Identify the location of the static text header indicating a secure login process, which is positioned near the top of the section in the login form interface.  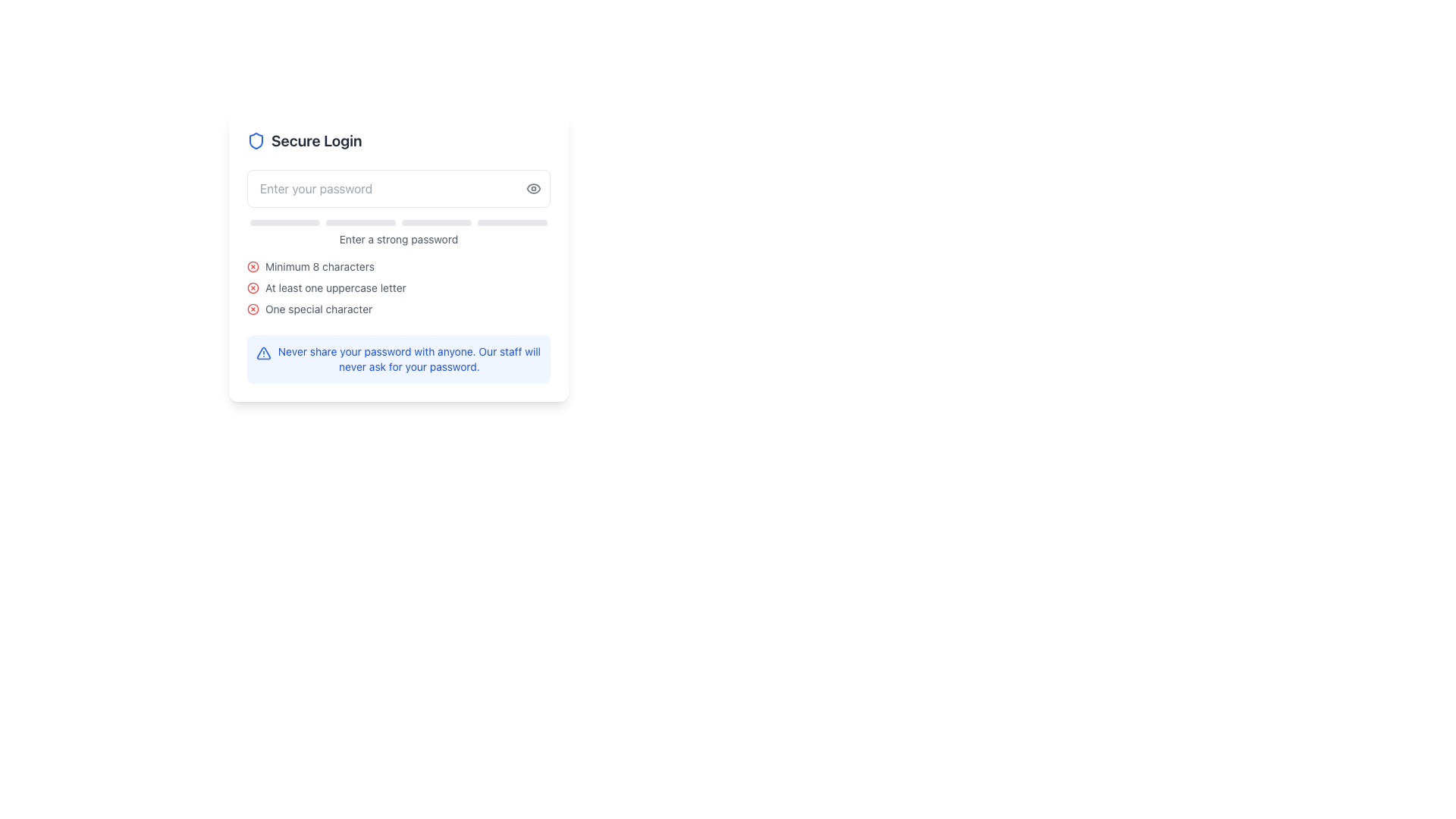
(315, 140).